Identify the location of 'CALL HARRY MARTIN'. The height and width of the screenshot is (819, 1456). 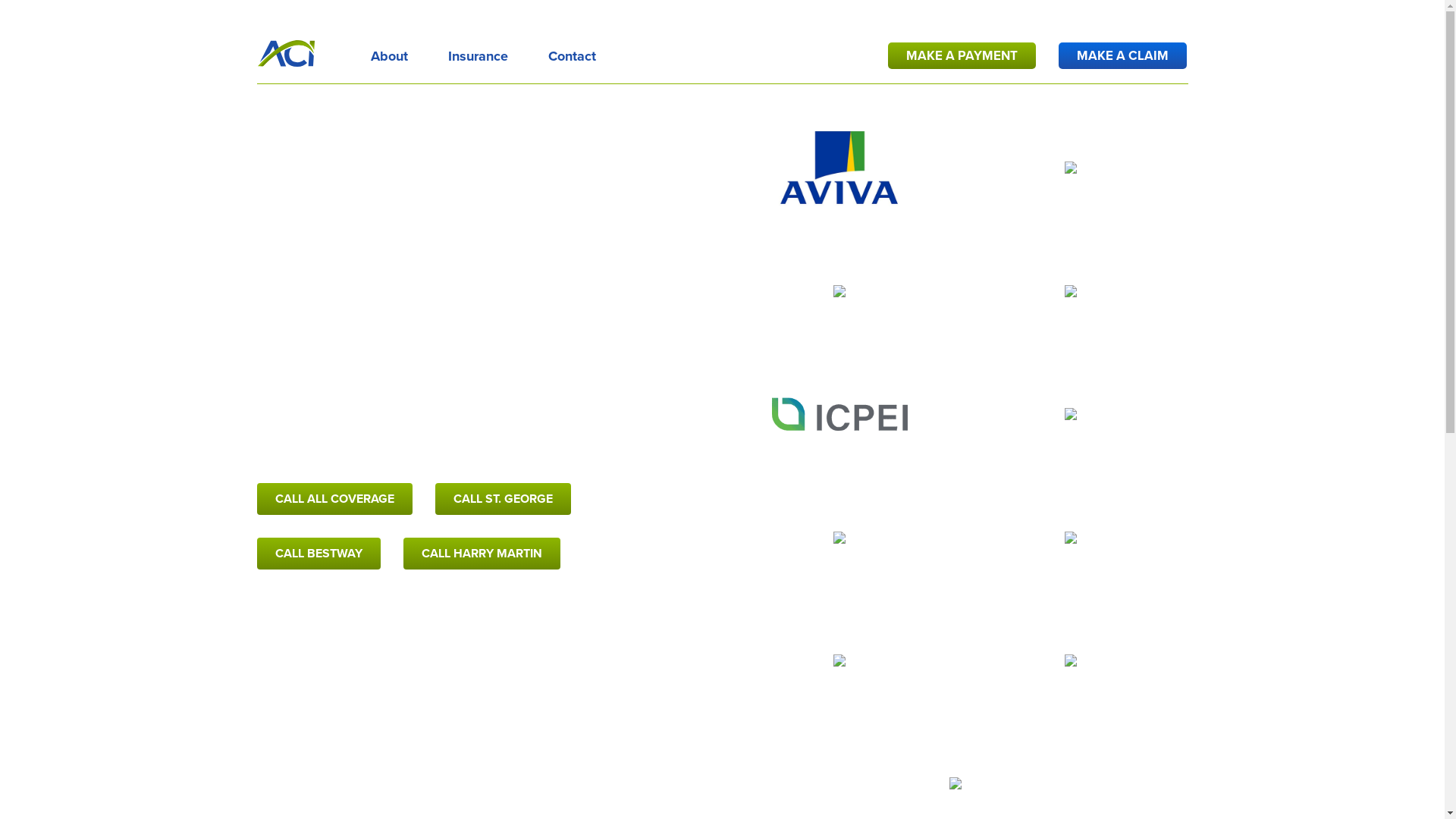
(481, 553).